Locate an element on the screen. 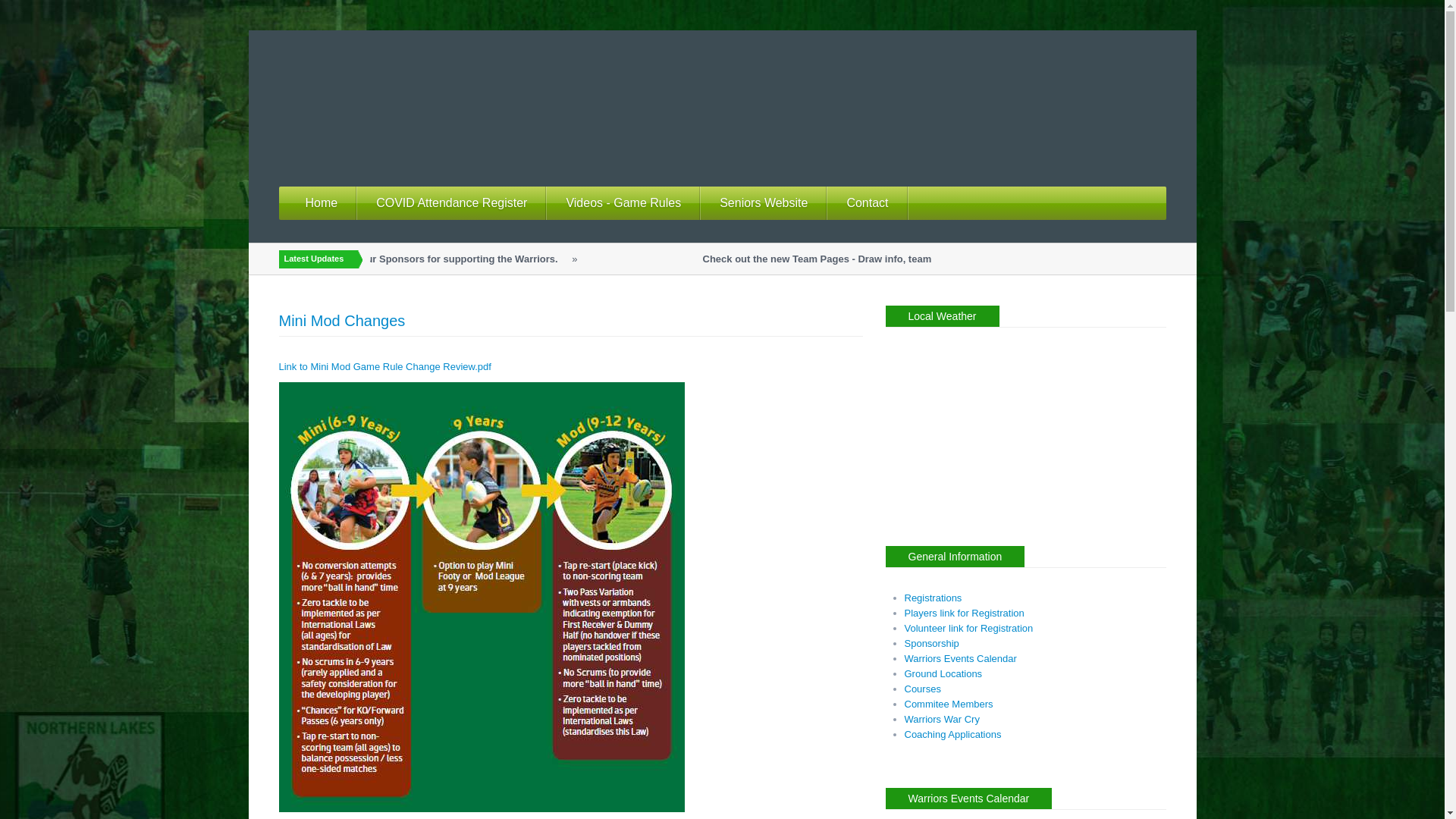 The height and width of the screenshot is (819, 1456). 'Players link for Registration' is located at coordinates (963, 612).